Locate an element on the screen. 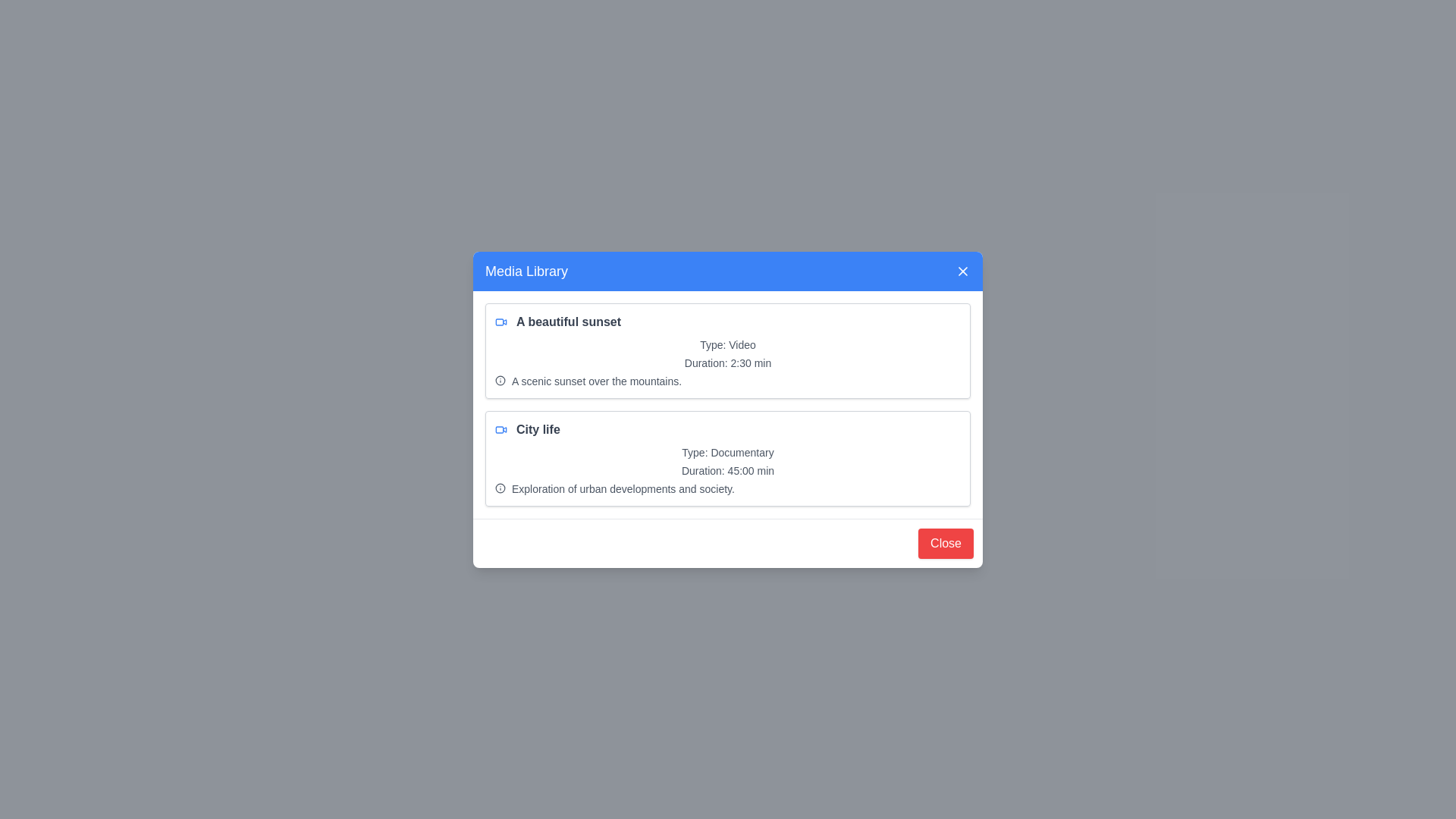 This screenshot has height=819, width=1456. the Text label displaying 'Duration: 2:30 min', which is styled in a small gray font on a white background, located within the metadata section of the modal is located at coordinates (728, 362).